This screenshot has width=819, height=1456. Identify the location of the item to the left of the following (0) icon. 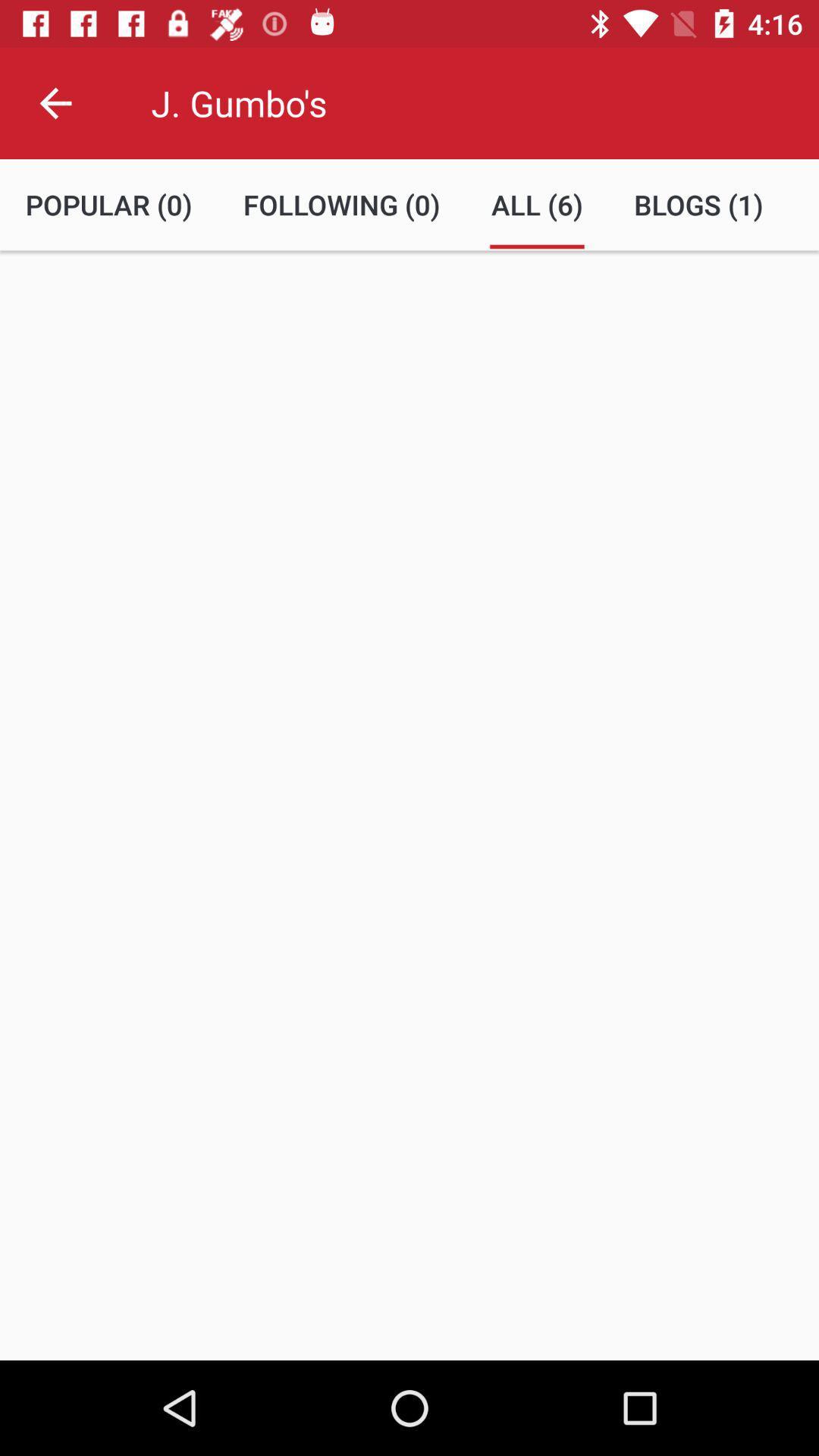
(108, 204).